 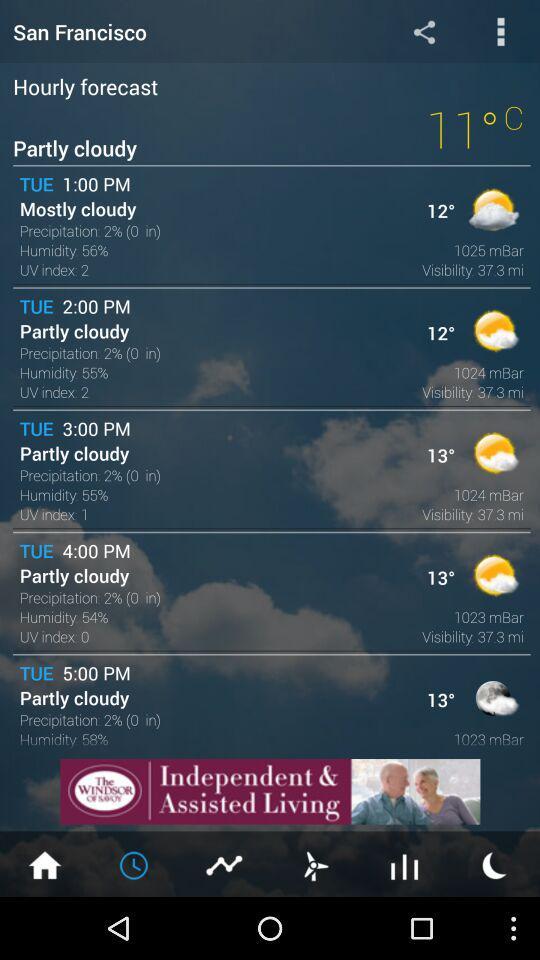 What do you see at coordinates (423, 33) in the screenshot?
I see `the share icon` at bounding box center [423, 33].